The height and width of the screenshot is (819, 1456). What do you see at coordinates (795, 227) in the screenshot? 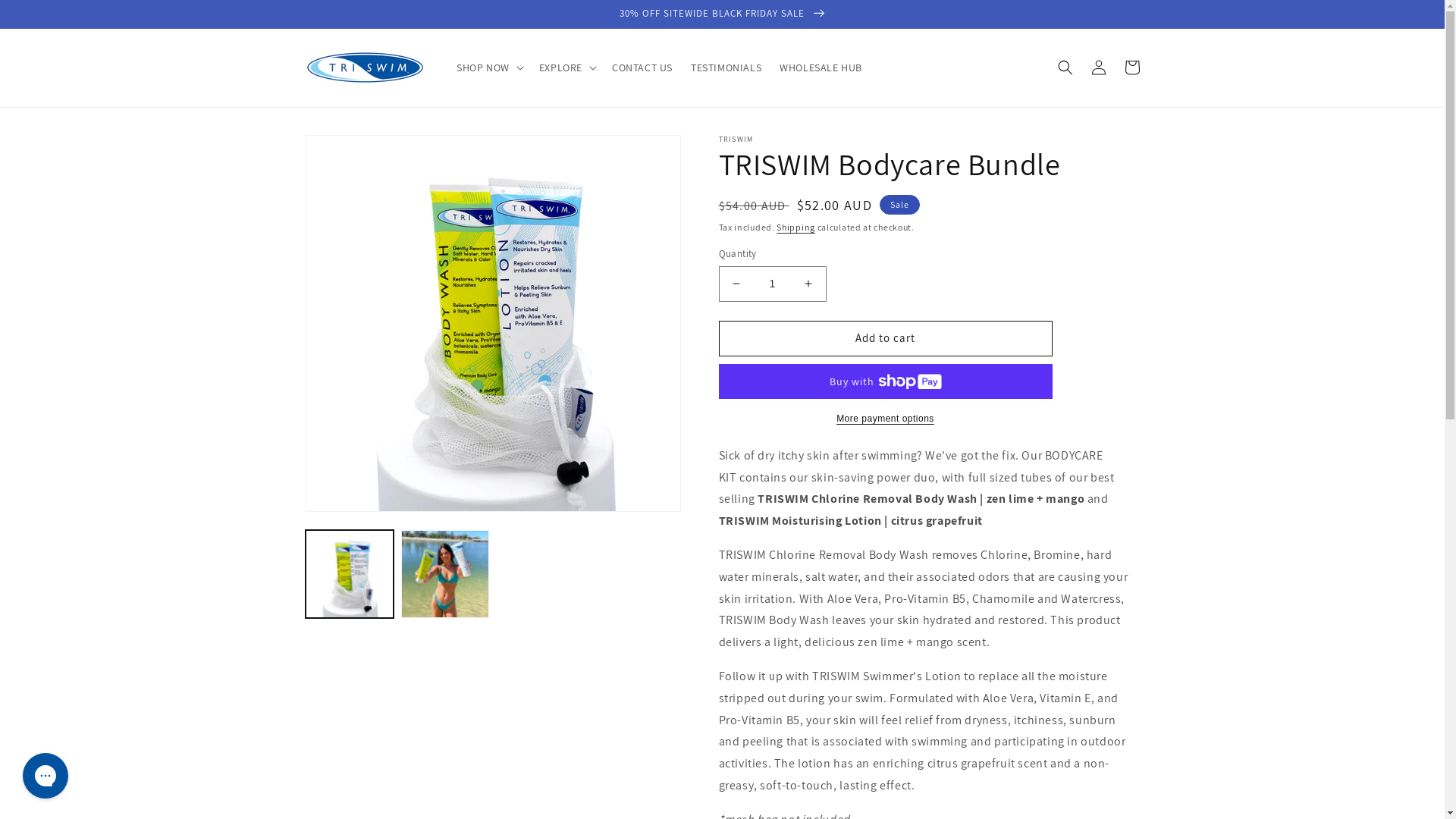
I see `'Shipping'` at bounding box center [795, 227].